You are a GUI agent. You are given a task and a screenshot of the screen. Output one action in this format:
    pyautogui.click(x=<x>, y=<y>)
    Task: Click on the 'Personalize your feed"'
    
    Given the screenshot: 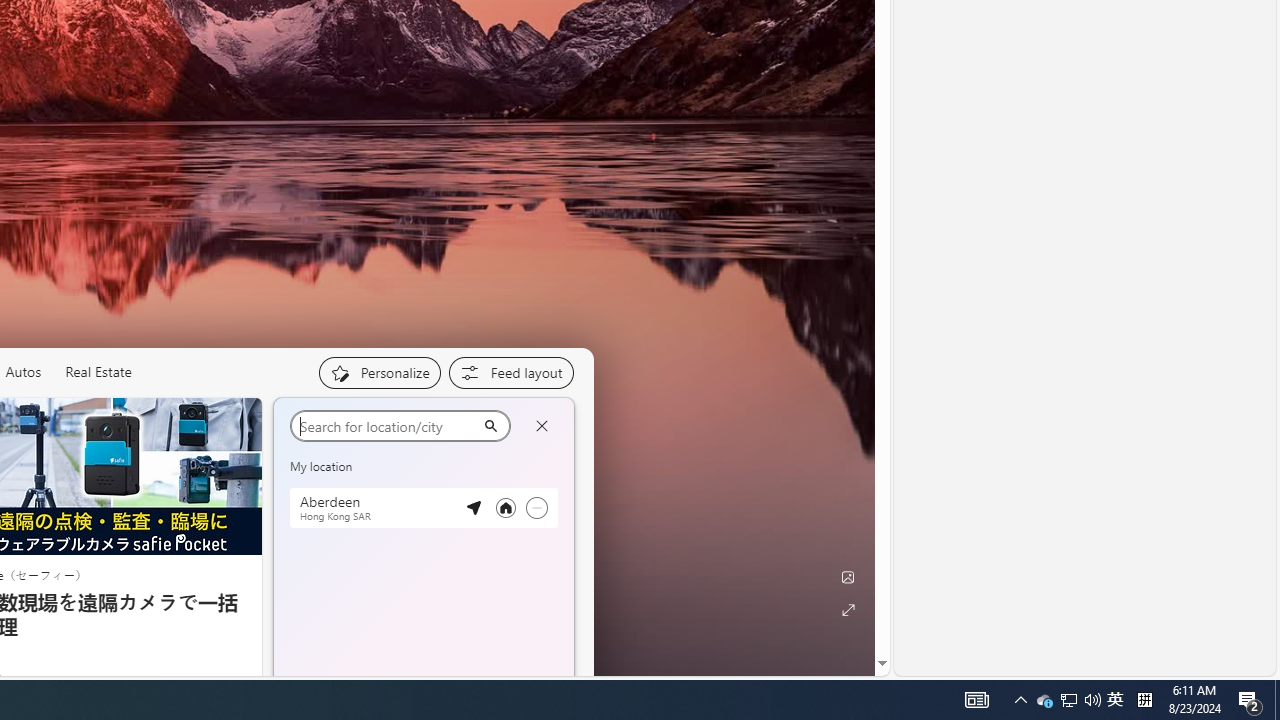 What is the action you would take?
    pyautogui.click(x=379, y=372)
    